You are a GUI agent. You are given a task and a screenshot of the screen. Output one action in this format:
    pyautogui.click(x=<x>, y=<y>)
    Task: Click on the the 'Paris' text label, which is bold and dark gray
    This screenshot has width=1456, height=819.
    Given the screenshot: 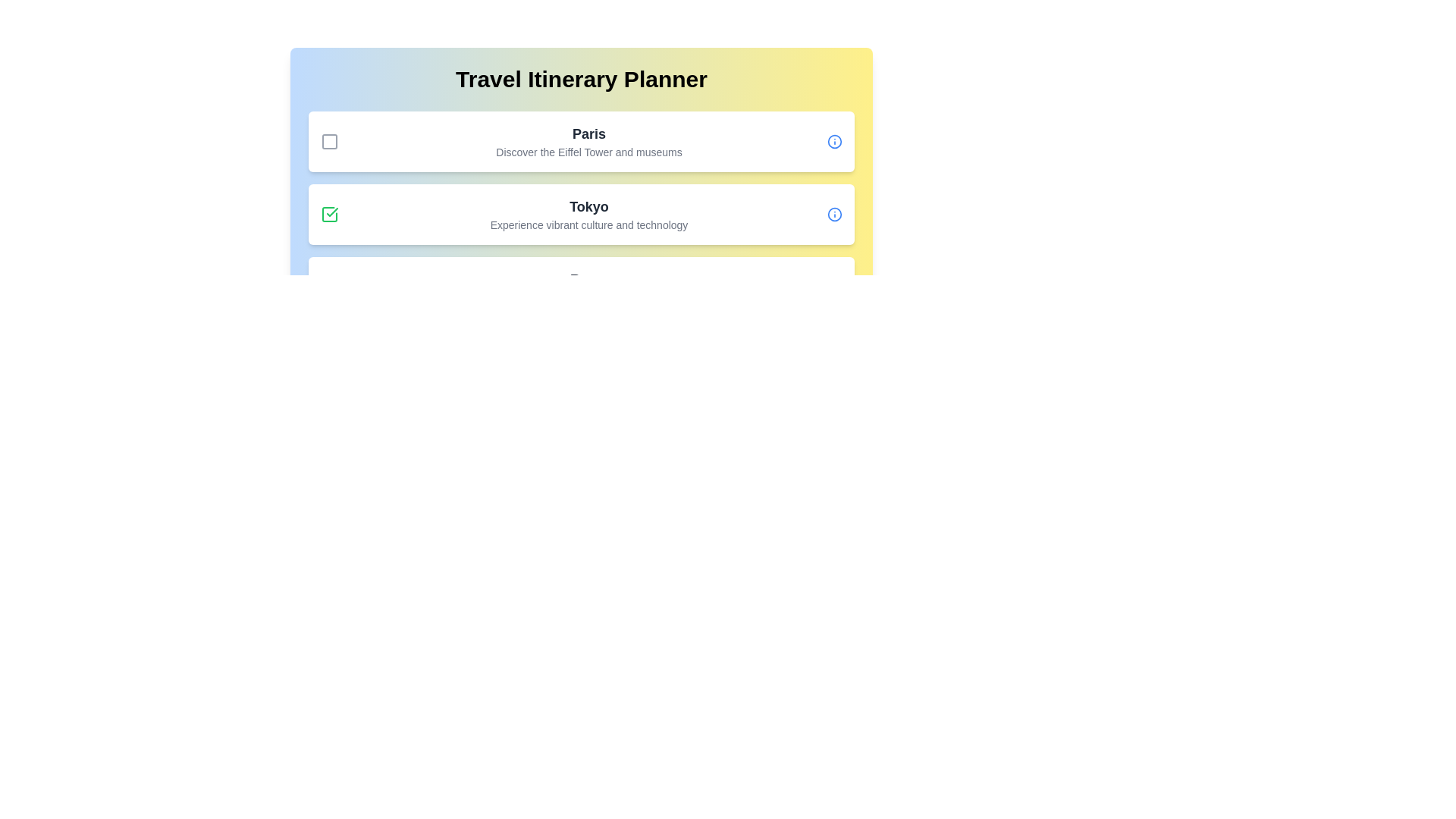 What is the action you would take?
    pyautogui.click(x=588, y=133)
    